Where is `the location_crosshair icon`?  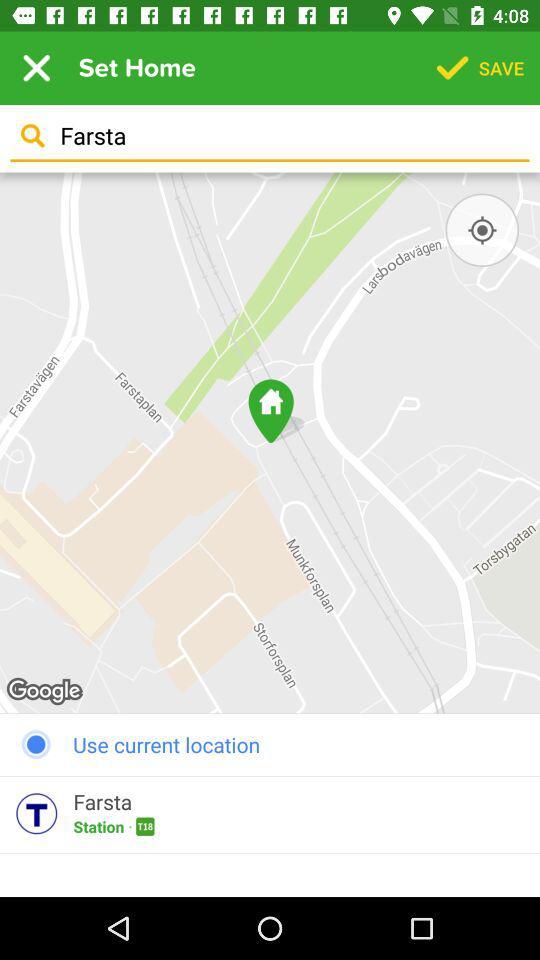
the location_crosshair icon is located at coordinates (481, 230).